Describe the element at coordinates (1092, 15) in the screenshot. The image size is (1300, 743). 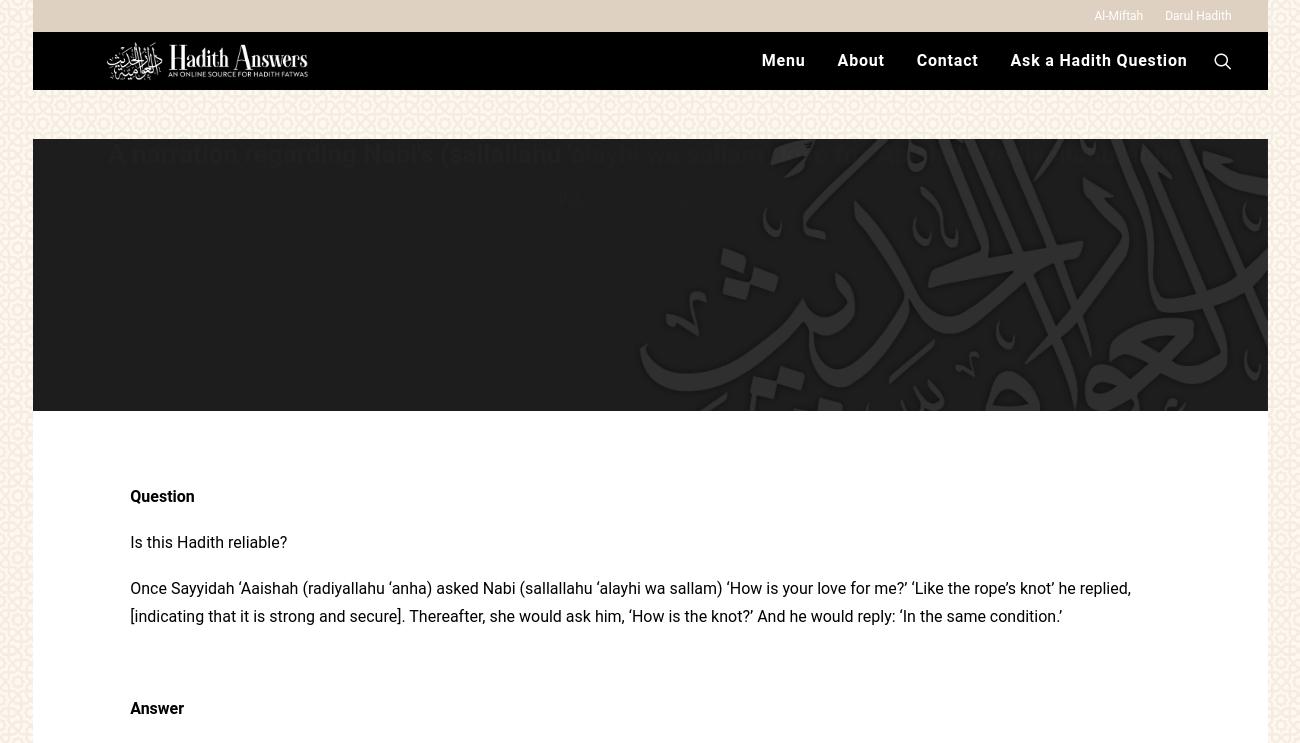
I see `'Al-Miftah'` at that location.